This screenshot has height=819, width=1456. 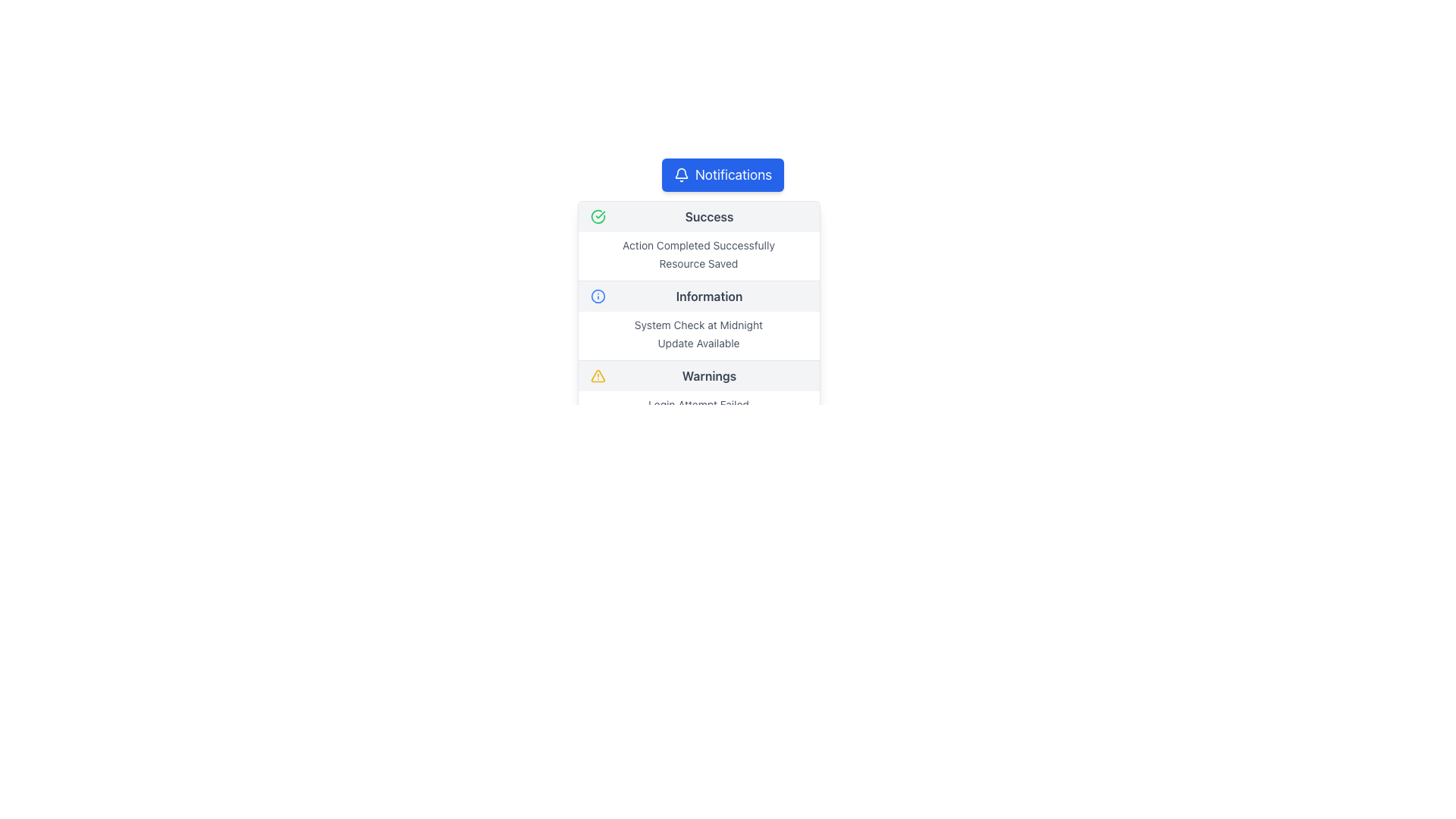 I want to click on the 'Login Attempt Failed' text label in the warnings section of the notification panel, so click(x=698, y=403).